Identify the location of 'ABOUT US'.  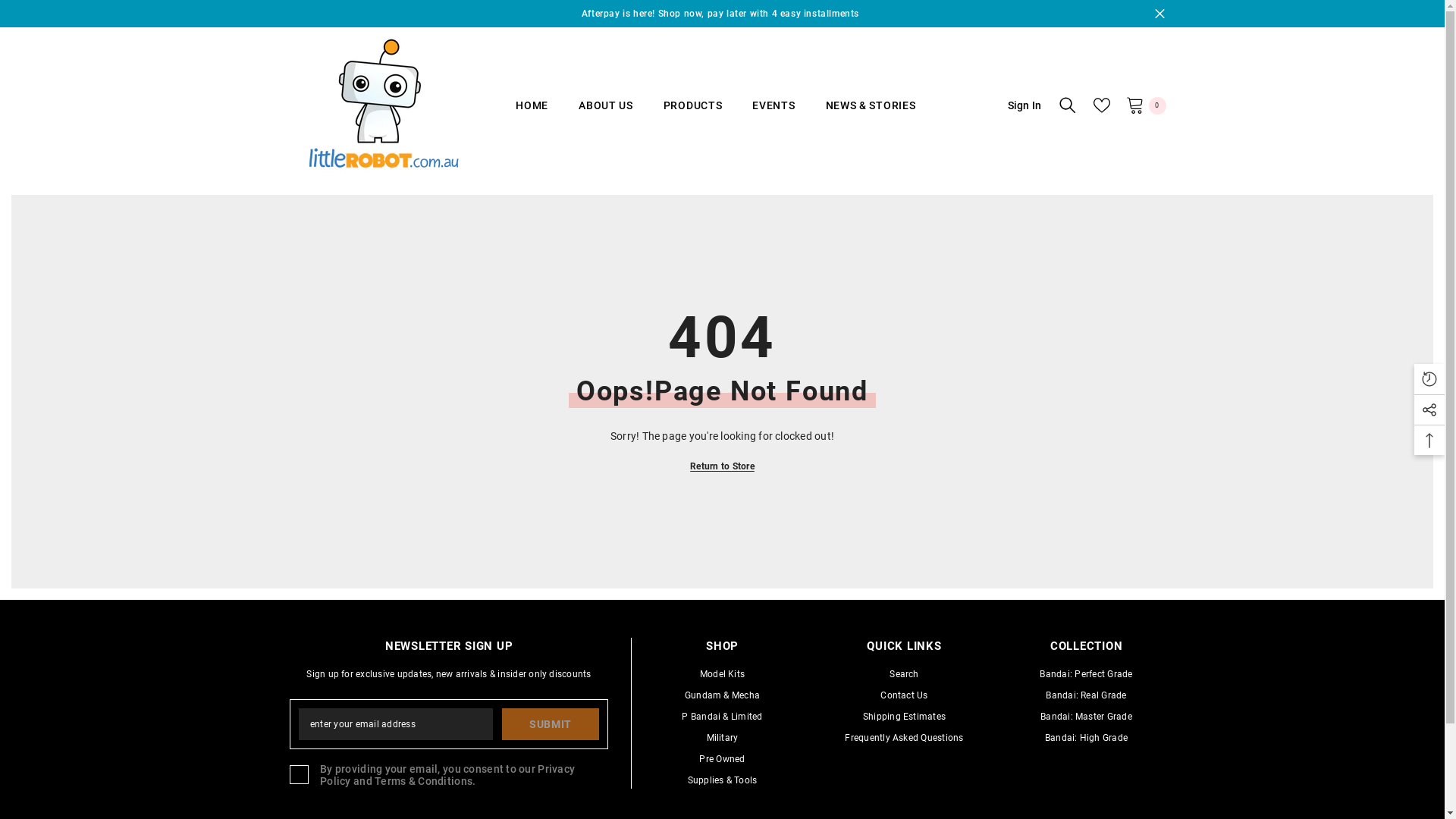
(563, 115).